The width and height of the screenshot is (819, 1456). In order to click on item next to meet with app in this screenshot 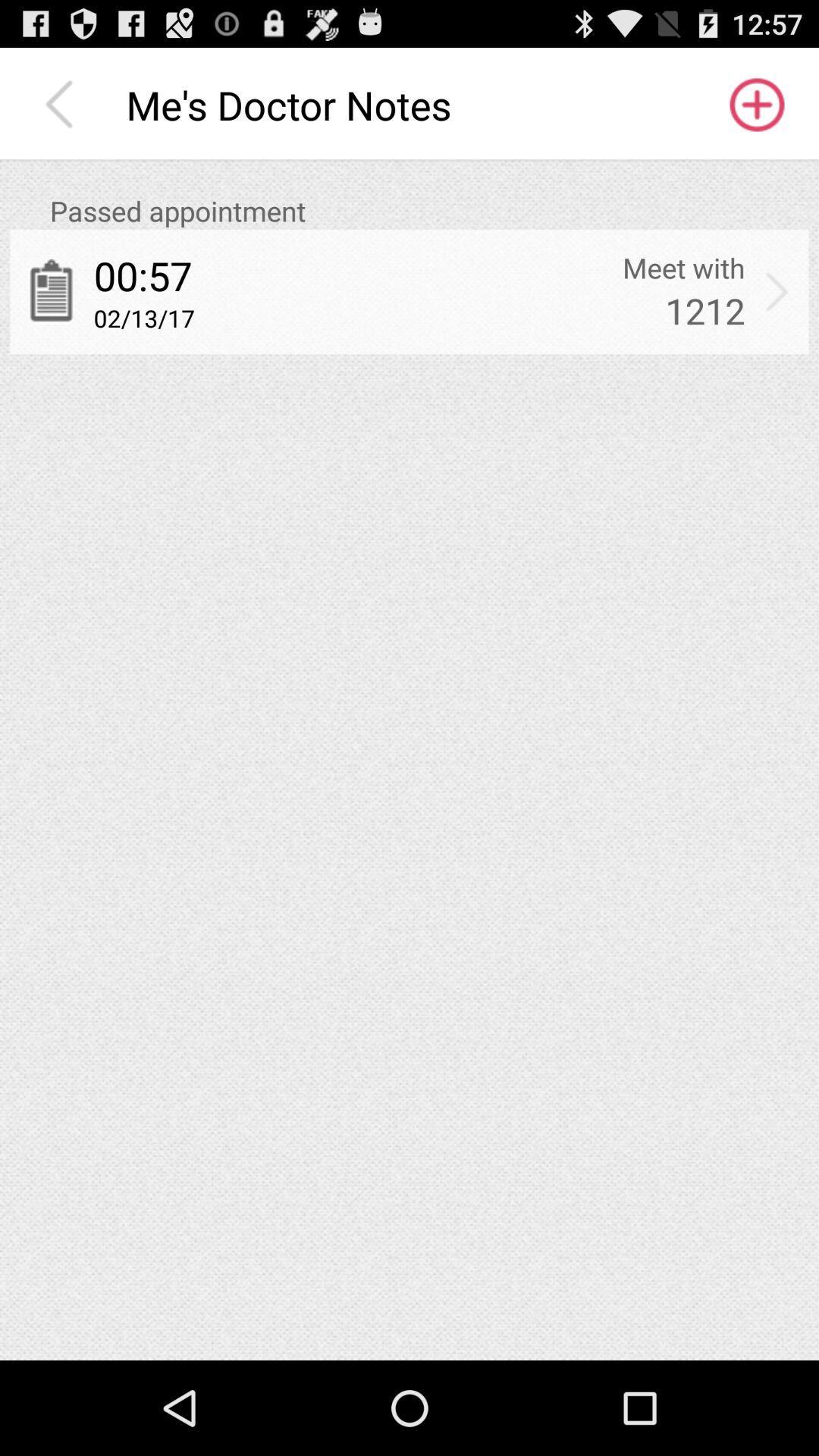, I will do `click(777, 291)`.